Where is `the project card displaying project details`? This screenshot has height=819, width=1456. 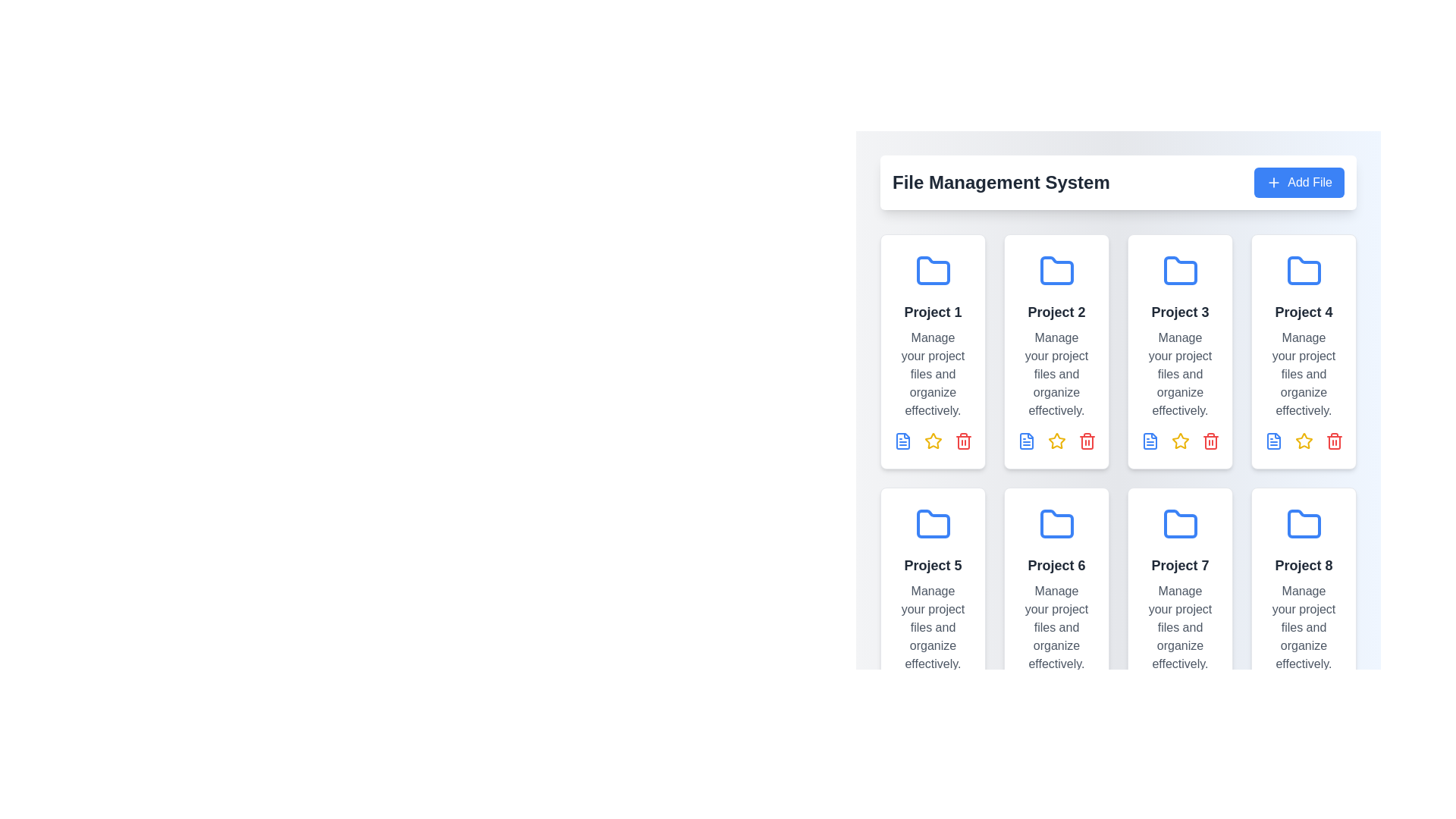
the project card displaying project details is located at coordinates (1179, 604).